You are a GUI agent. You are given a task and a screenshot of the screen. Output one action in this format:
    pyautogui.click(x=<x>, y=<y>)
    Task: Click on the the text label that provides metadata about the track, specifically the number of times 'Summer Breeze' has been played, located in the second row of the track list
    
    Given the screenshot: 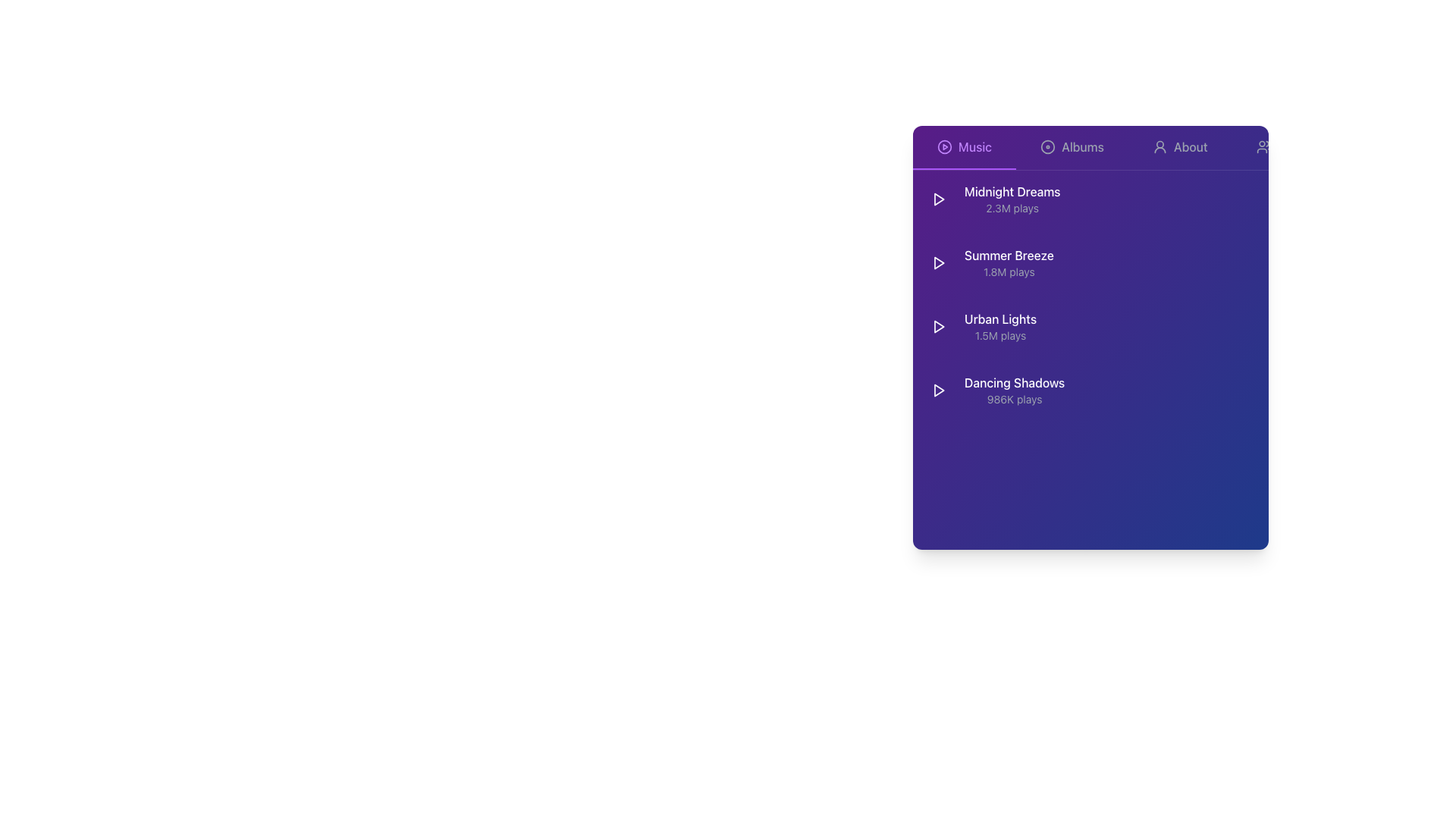 What is the action you would take?
    pyautogui.click(x=1009, y=271)
    